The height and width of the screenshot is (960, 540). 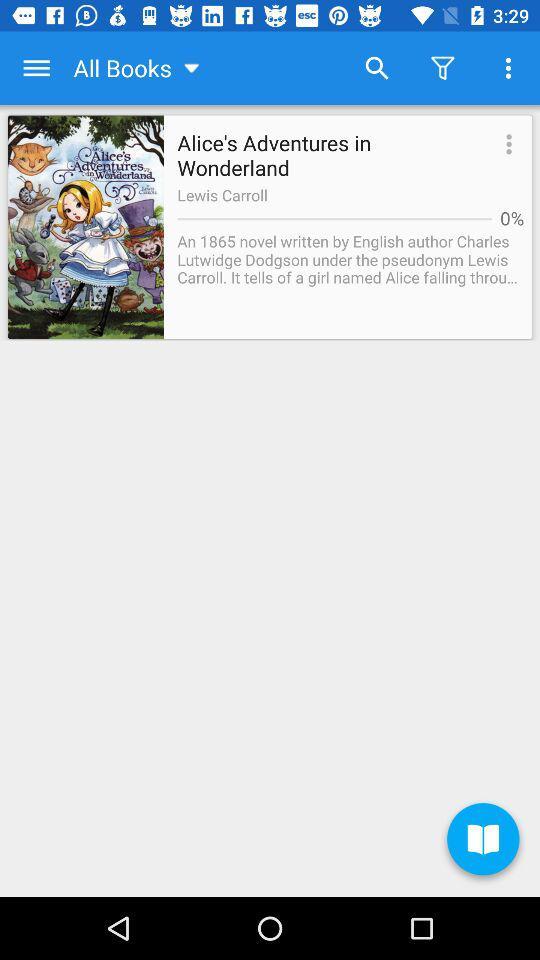 I want to click on item to the right of the all books, so click(x=377, y=68).